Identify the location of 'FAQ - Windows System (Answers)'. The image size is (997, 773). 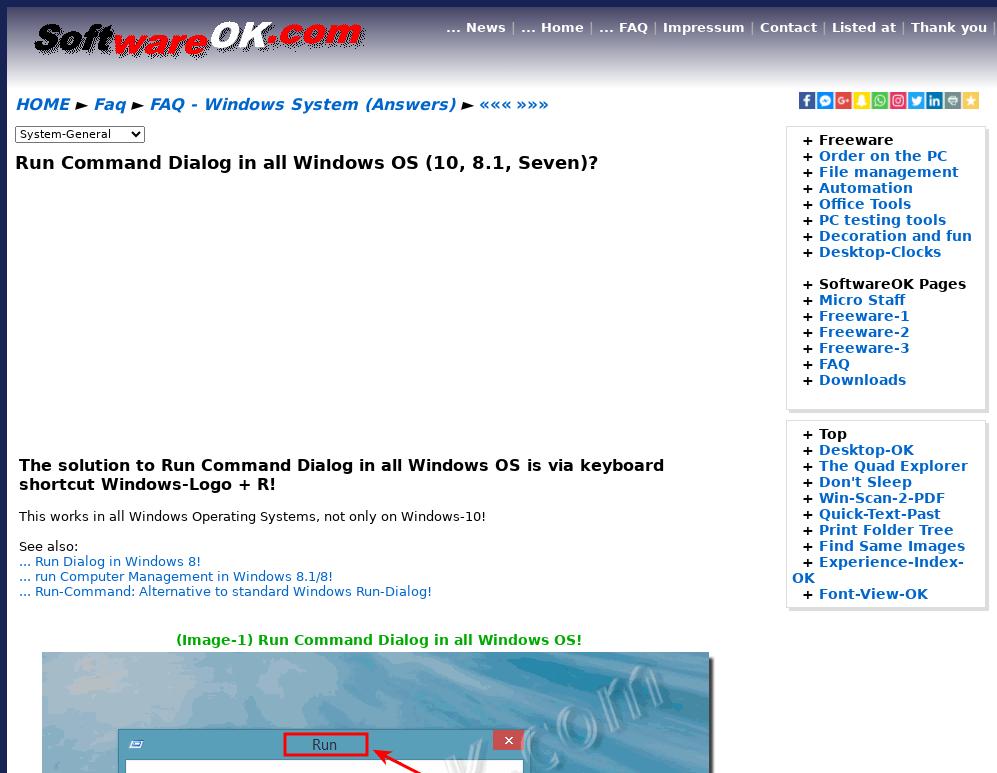
(301, 104).